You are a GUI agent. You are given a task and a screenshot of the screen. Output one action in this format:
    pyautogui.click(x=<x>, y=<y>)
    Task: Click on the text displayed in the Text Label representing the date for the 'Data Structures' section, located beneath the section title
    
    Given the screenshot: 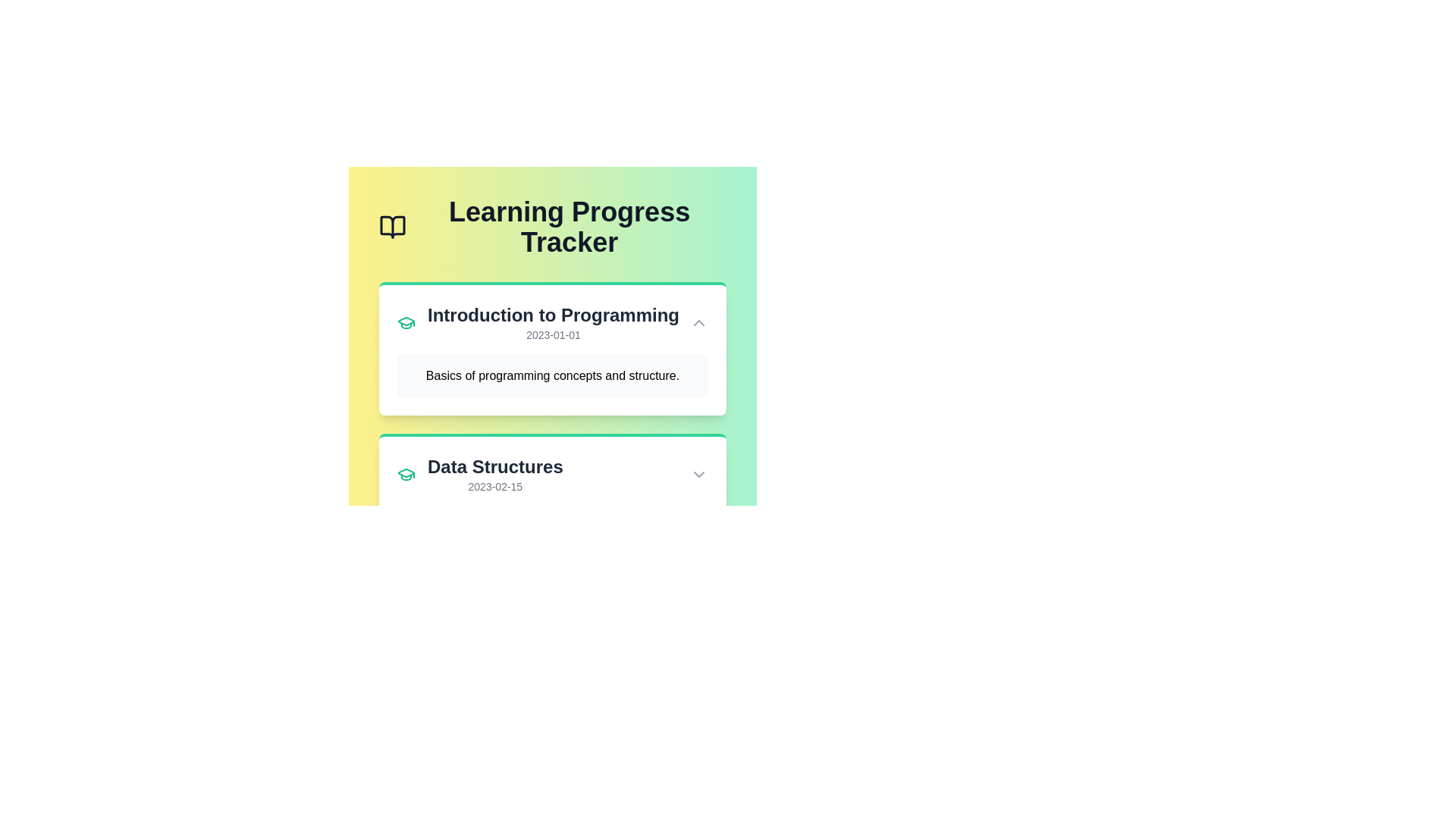 What is the action you would take?
    pyautogui.click(x=495, y=486)
    